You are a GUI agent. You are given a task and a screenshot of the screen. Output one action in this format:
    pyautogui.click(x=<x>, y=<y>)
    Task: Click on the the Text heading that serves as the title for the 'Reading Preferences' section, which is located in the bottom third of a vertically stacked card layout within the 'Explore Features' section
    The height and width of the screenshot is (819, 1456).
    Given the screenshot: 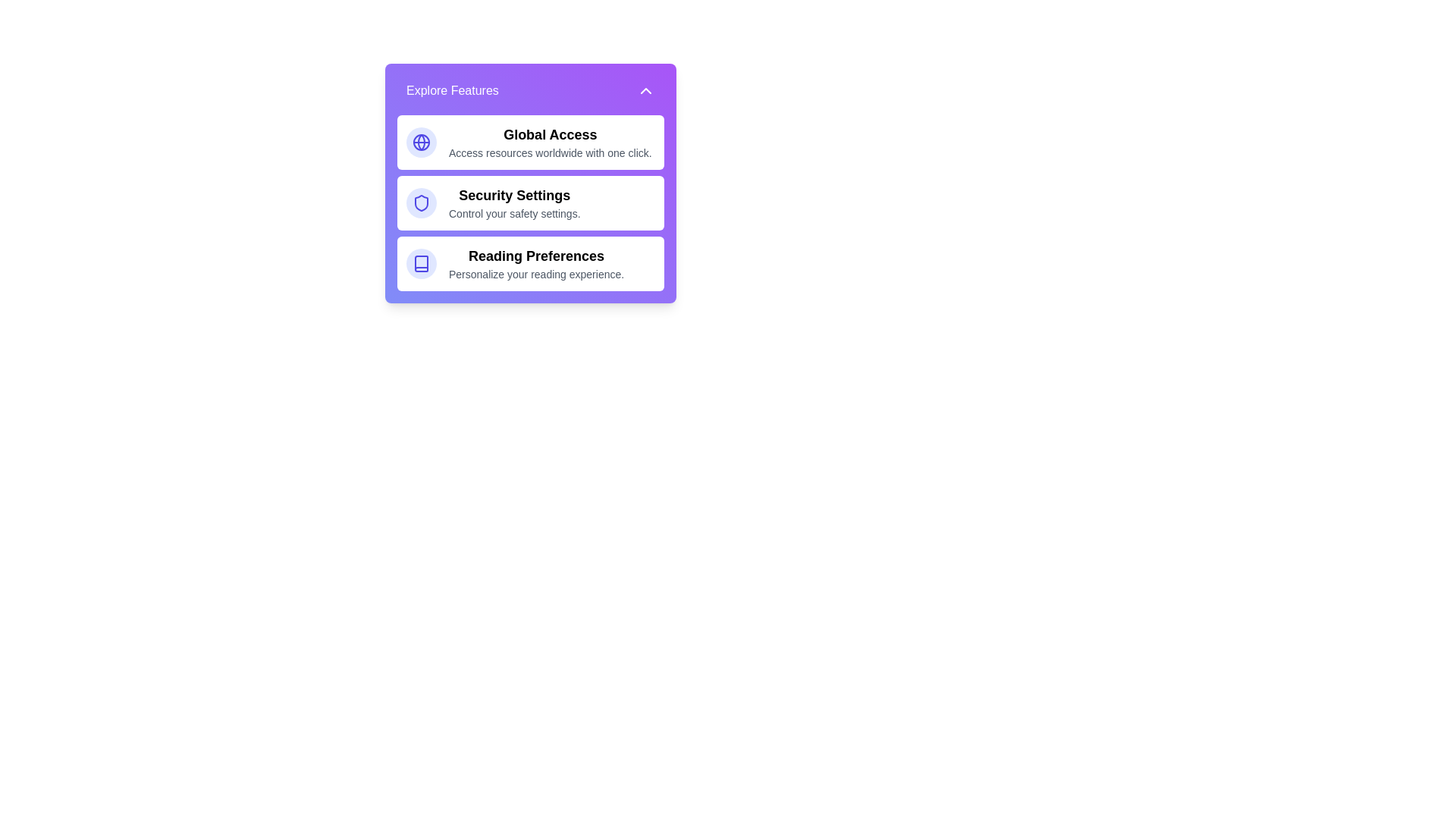 What is the action you would take?
    pyautogui.click(x=536, y=256)
    